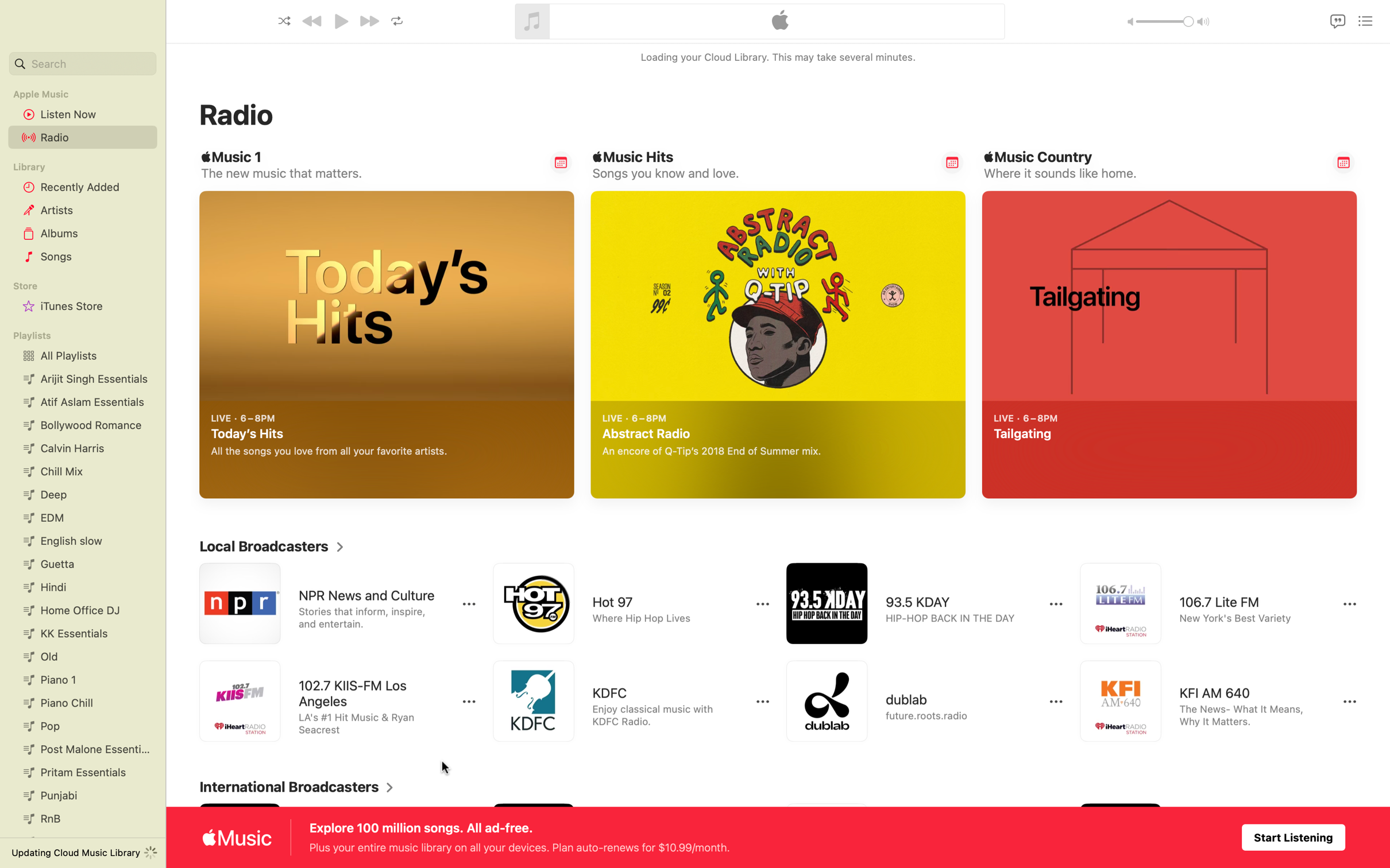 This screenshot has height=868, width=1390. Describe the element at coordinates (271, 546) in the screenshot. I see `Enlarge local broadcasters display area` at that location.